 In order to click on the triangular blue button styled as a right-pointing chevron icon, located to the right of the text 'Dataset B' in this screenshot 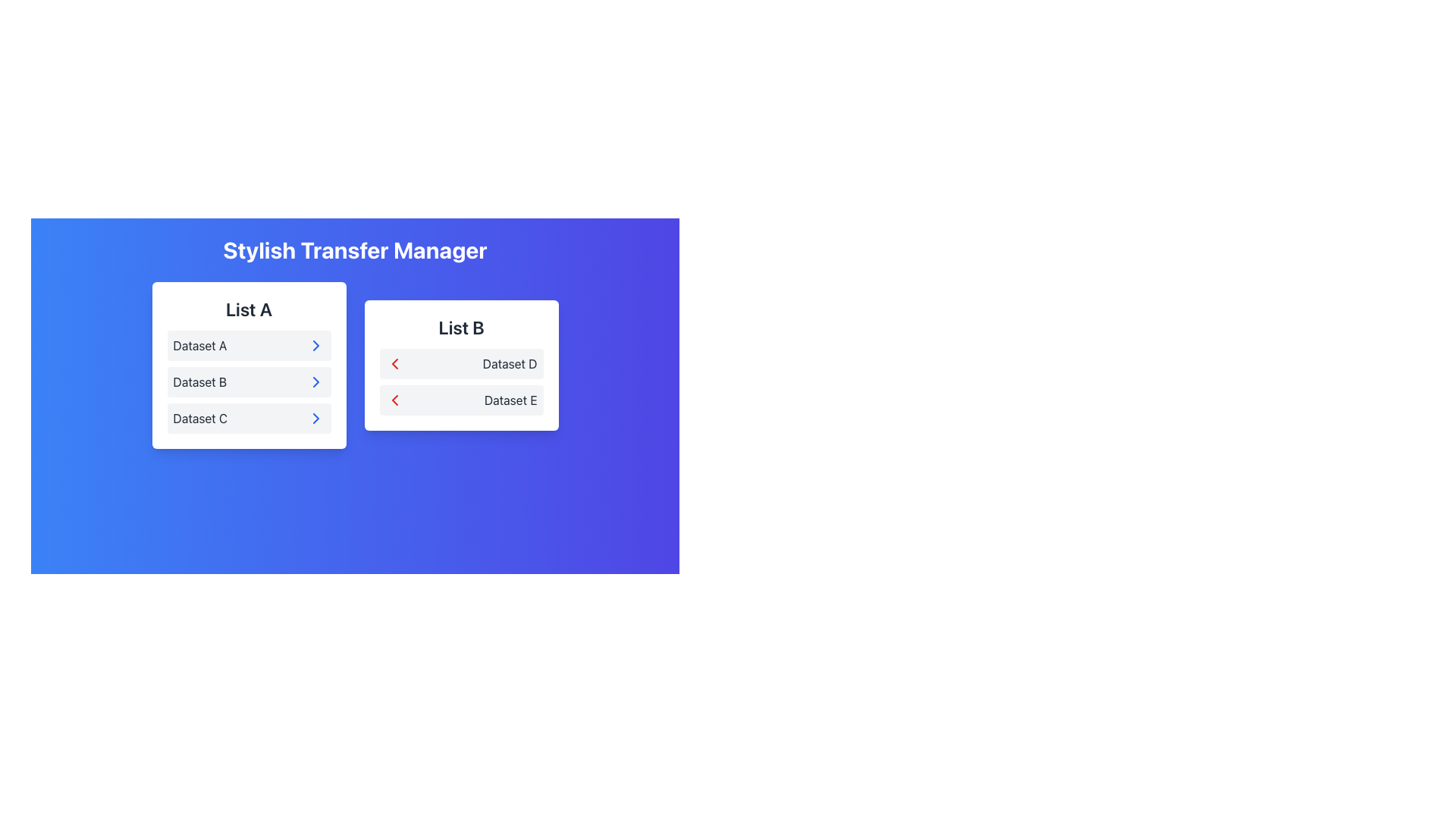, I will do `click(315, 381)`.